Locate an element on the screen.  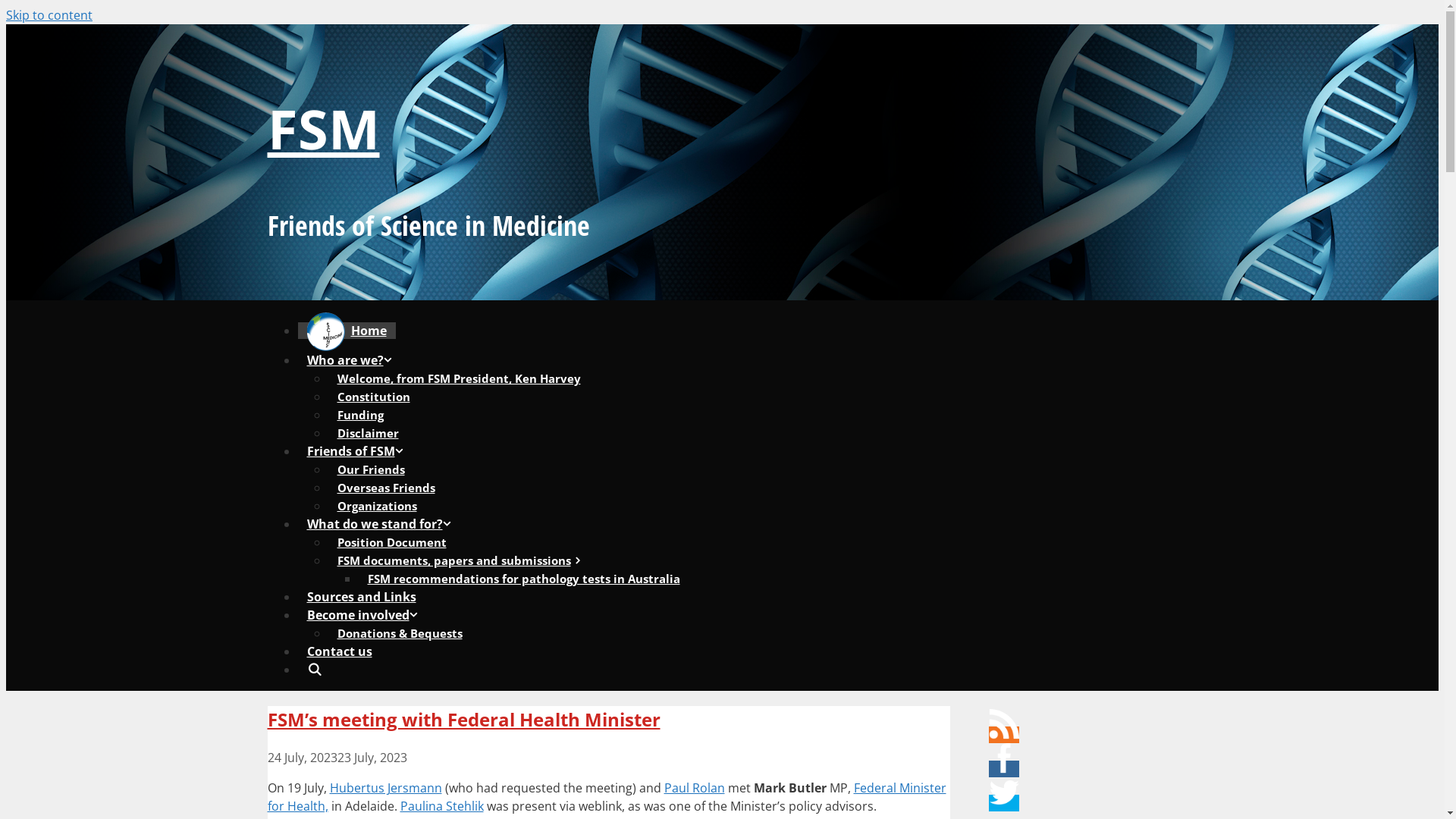
'Disclaimer' is located at coordinates (367, 432).